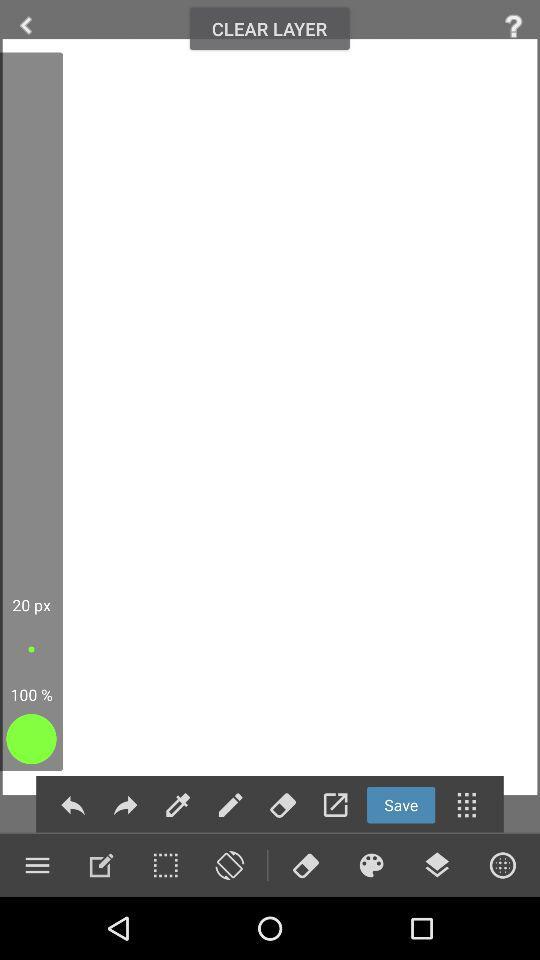 This screenshot has height=960, width=540. What do you see at coordinates (164, 864) in the screenshot?
I see `area tool` at bounding box center [164, 864].